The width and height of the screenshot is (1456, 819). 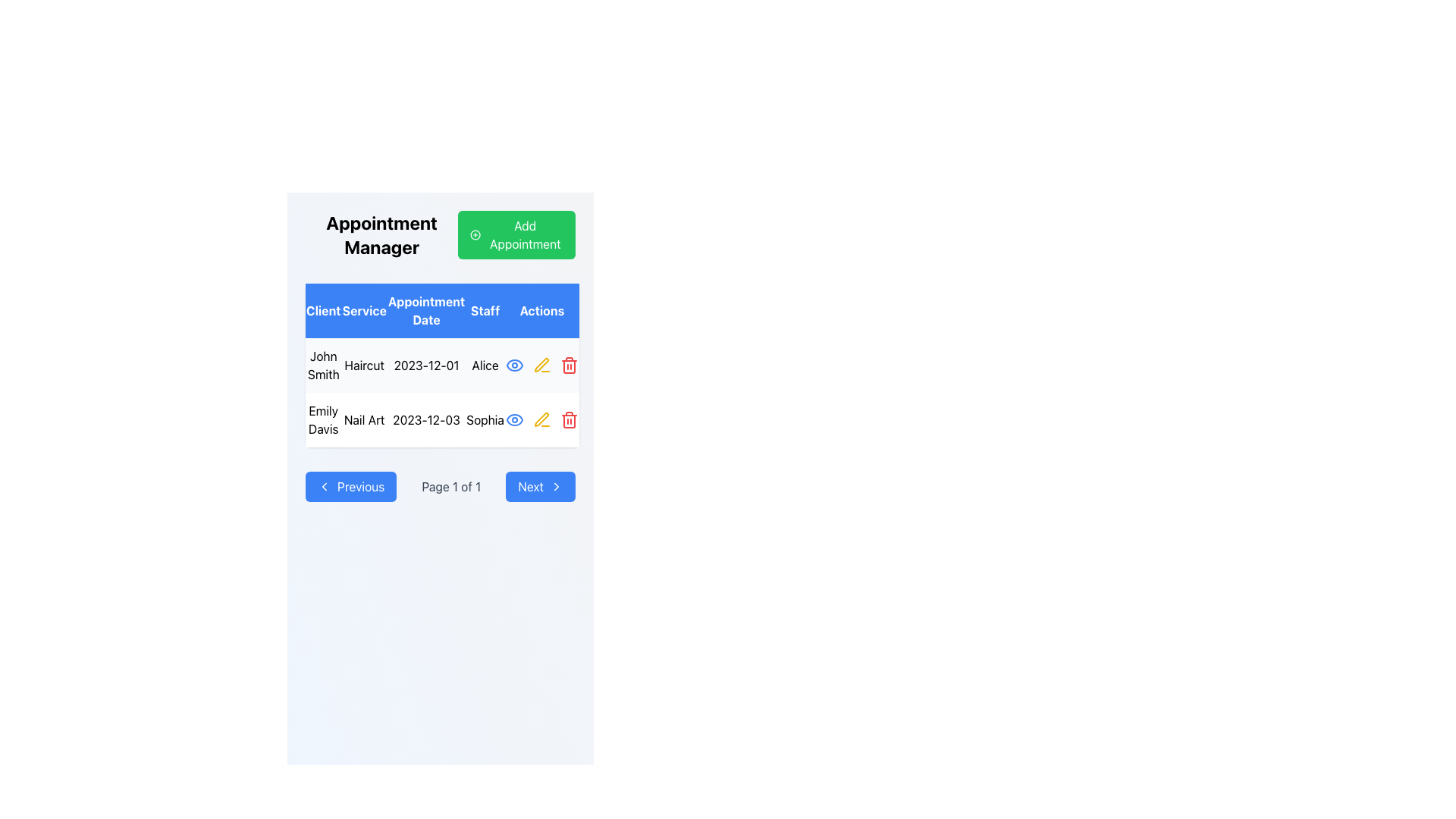 What do you see at coordinates (541, 366) in the screenshot?
I see `the yellow outline pen icon in the second row of the 'Actions' column of the table` at bounding box center [541, 366].